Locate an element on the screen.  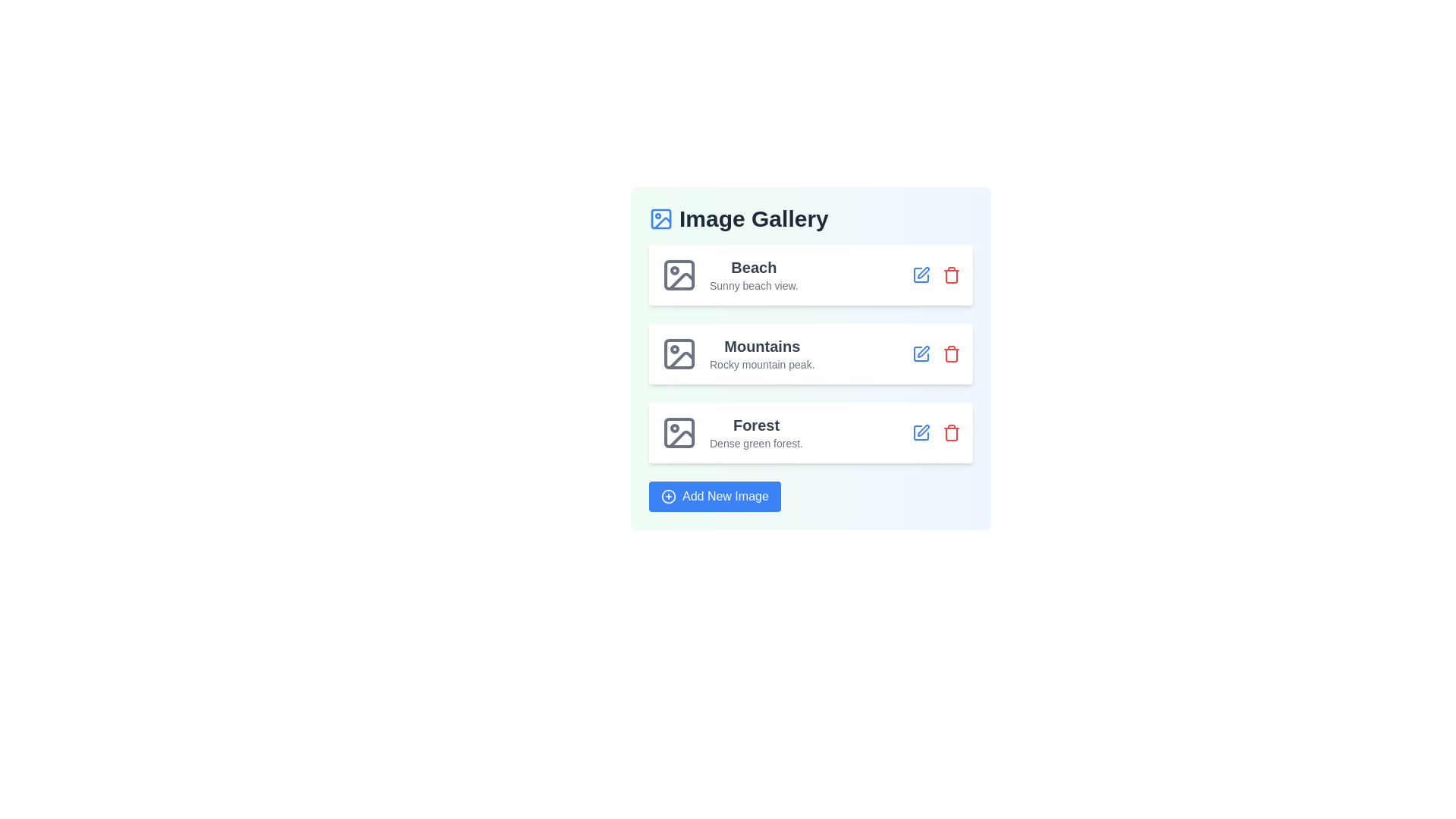
edit button for the image titled 'Forest' is located at coordinates (920, 432).